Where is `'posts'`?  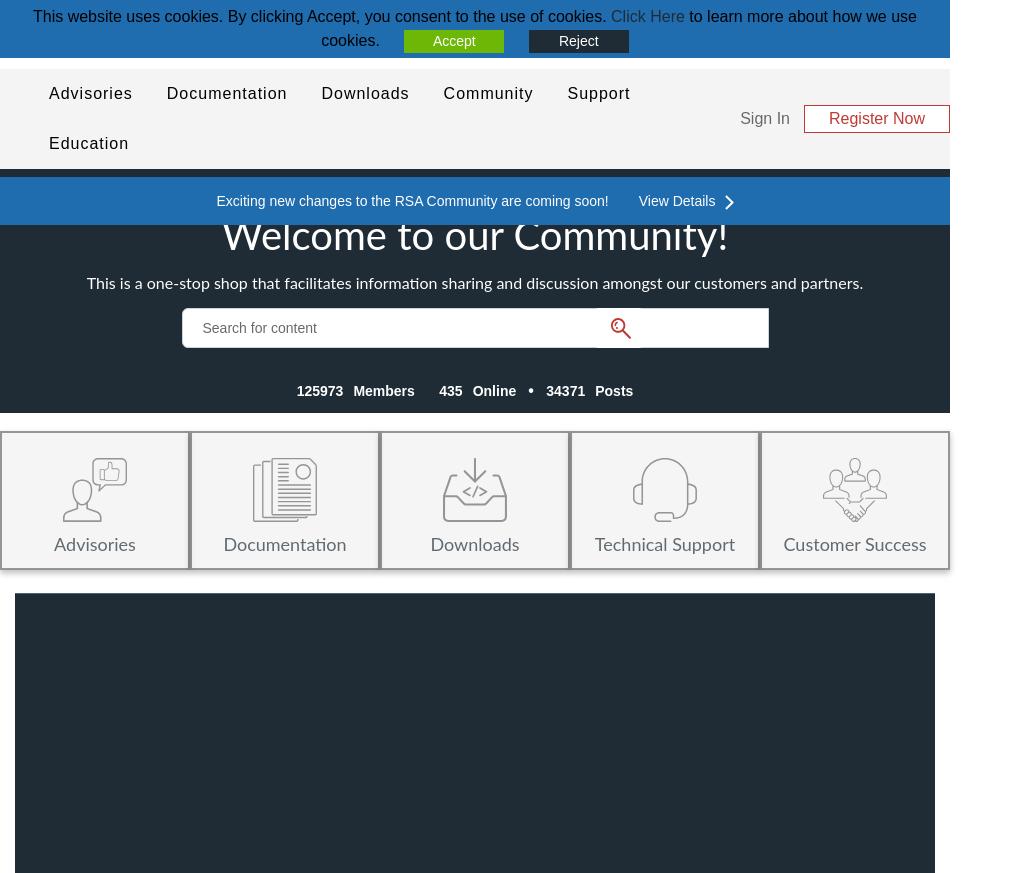
'posts' is located at coordinates (613, 390).